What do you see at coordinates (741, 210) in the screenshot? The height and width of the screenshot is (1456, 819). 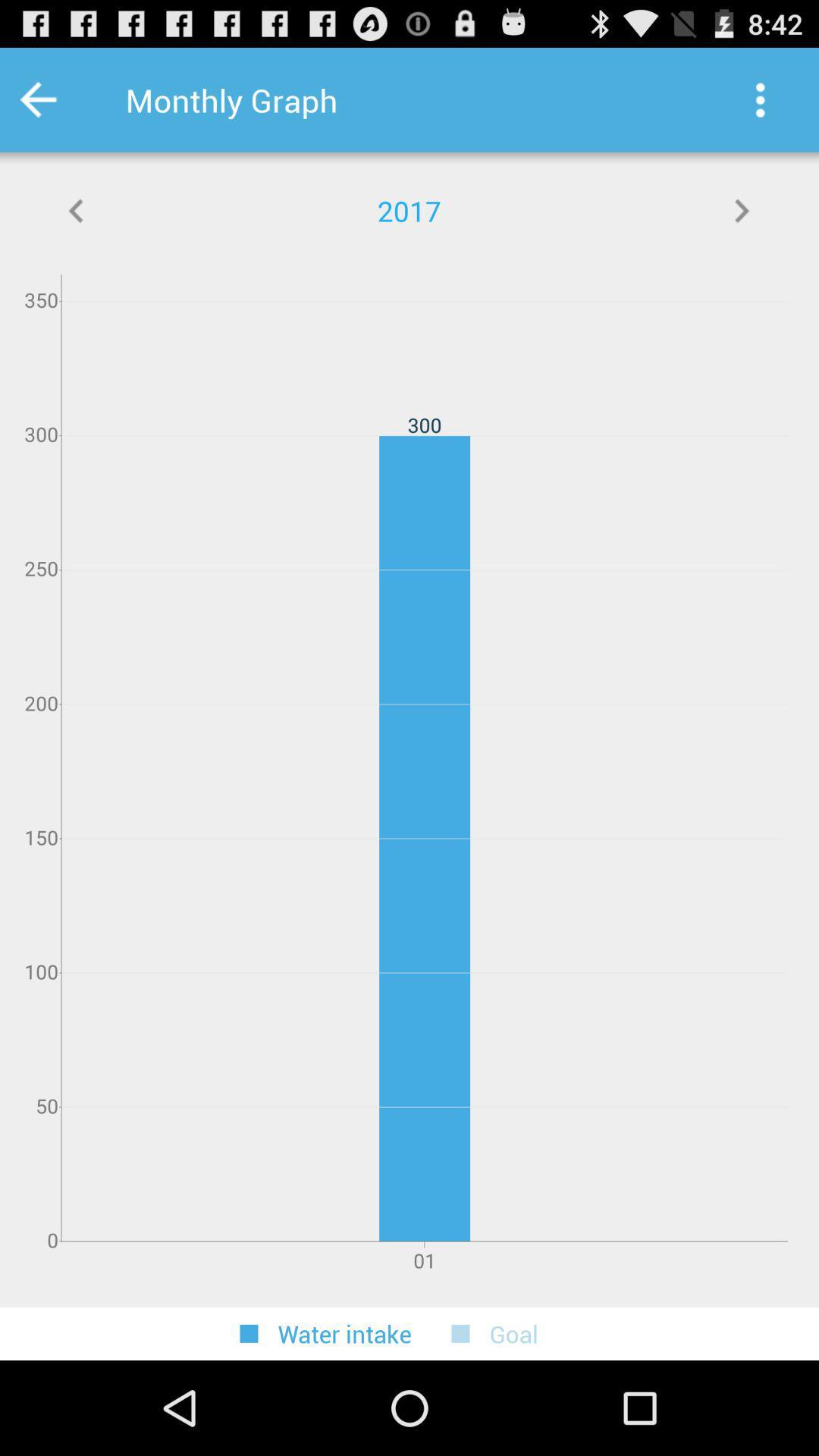 I see `next page` at bounding box center [741, 210].